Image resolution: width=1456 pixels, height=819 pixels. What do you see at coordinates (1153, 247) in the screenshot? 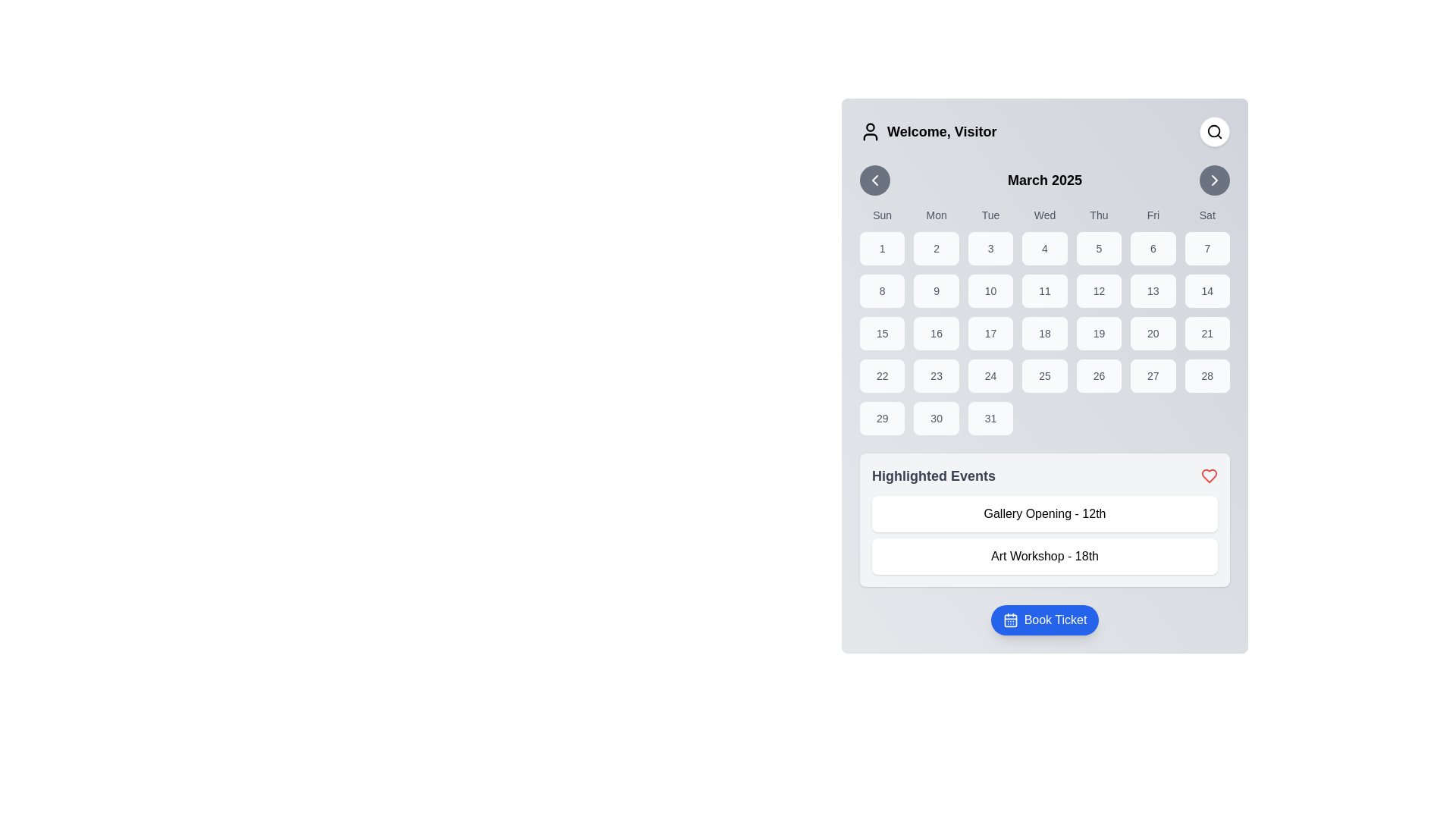
I see `the button representing the 6th day of March 2025 in the calendar grid` at bounding box center [1153, 247].